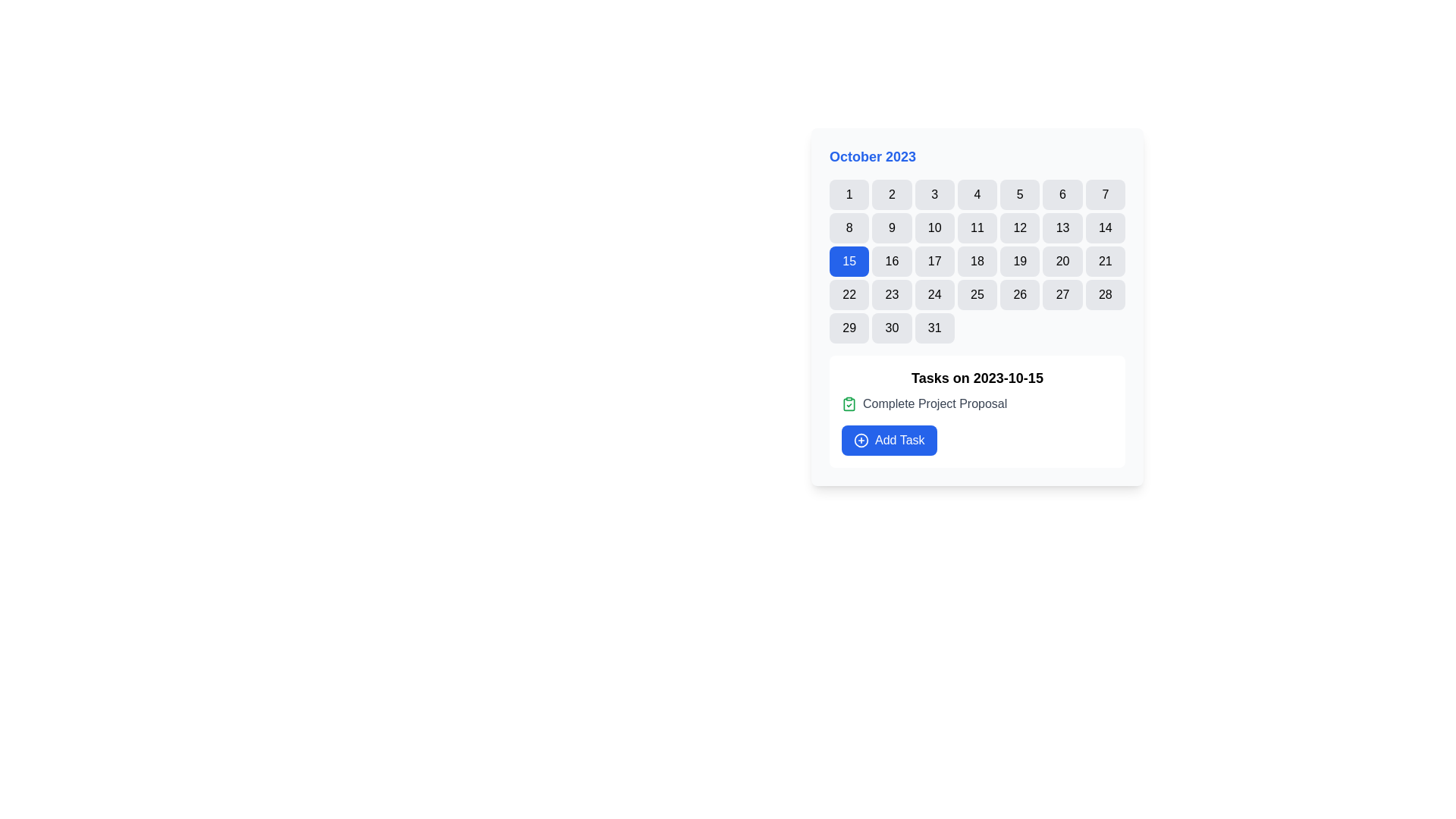  Describe the element at coordinates (934, 295) in the screenshot. I see `the button representing the 24th day of the month in the calendar interface` at that location.